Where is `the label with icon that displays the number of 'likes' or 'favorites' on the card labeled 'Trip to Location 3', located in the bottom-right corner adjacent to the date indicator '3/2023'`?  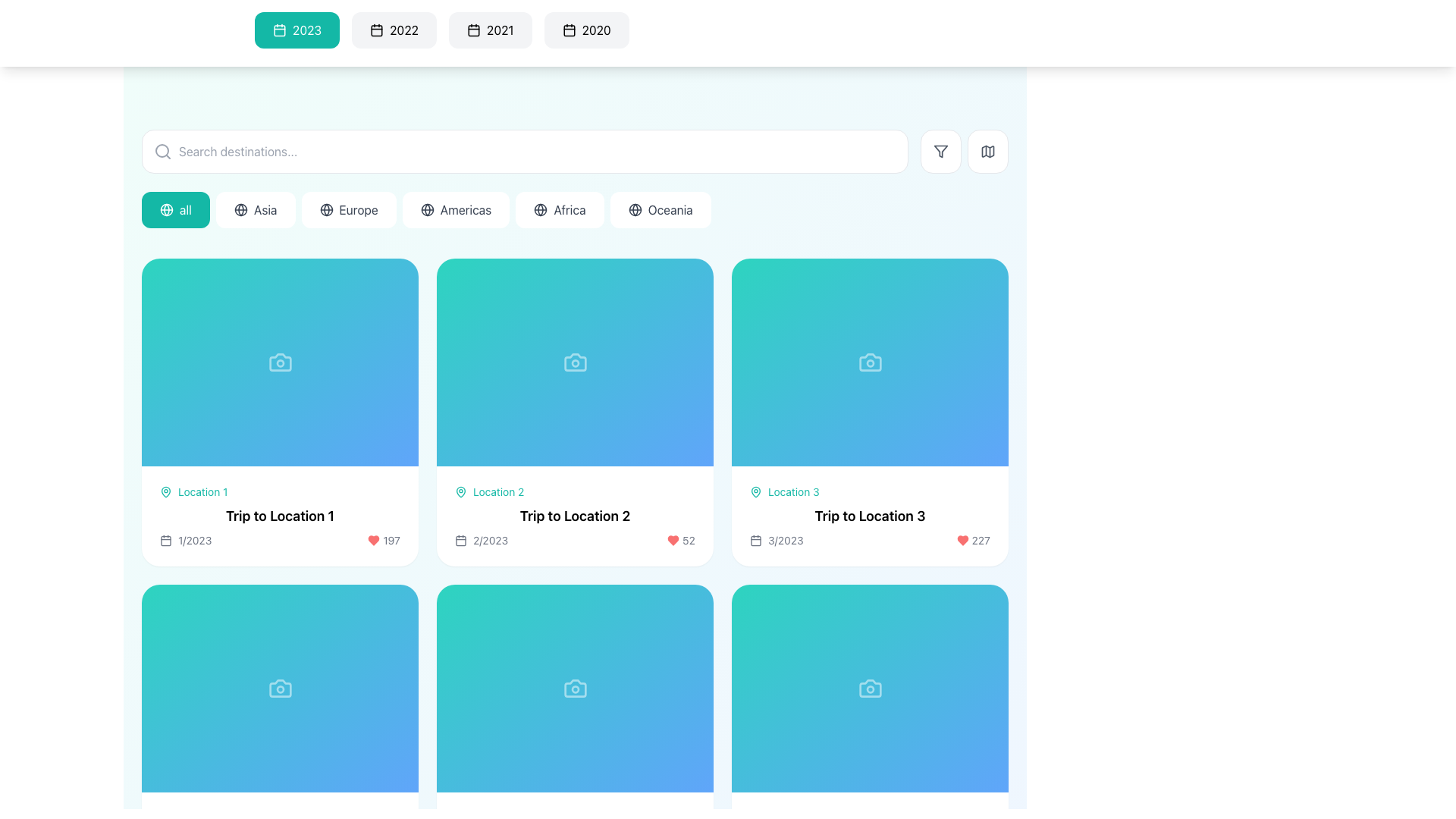 the label with icon that displays the number of 'likes' or 'favorites' on the card labeled 'Trip to Location 3', located in the bottom-right corner adjacent to the date indicator '3/2023' is located at coordinates (973, 539).